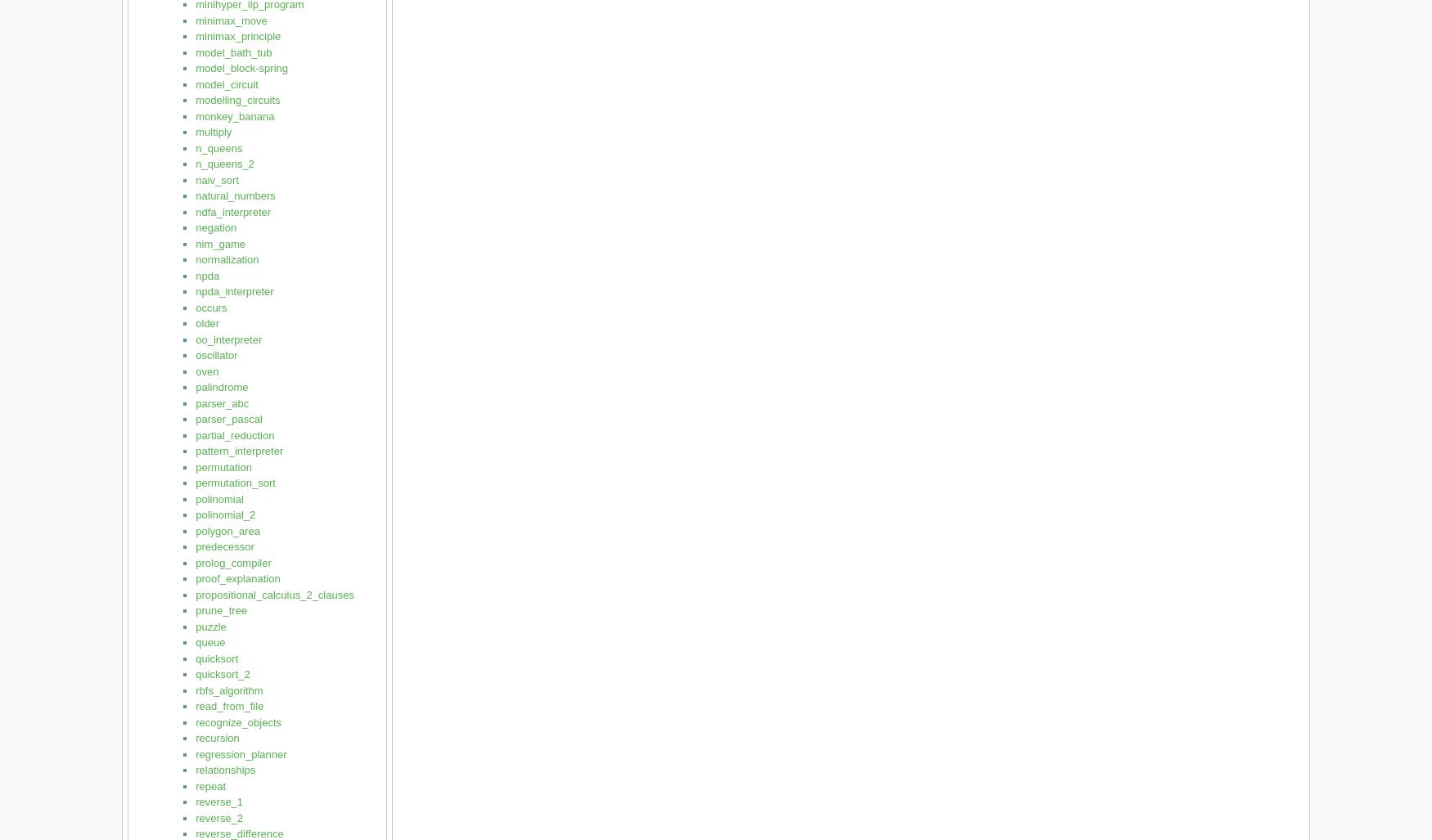 Image resolution: width=1432 pixels, height=840 pixels. I want to click on 'read_from_file', so click(196, 705).